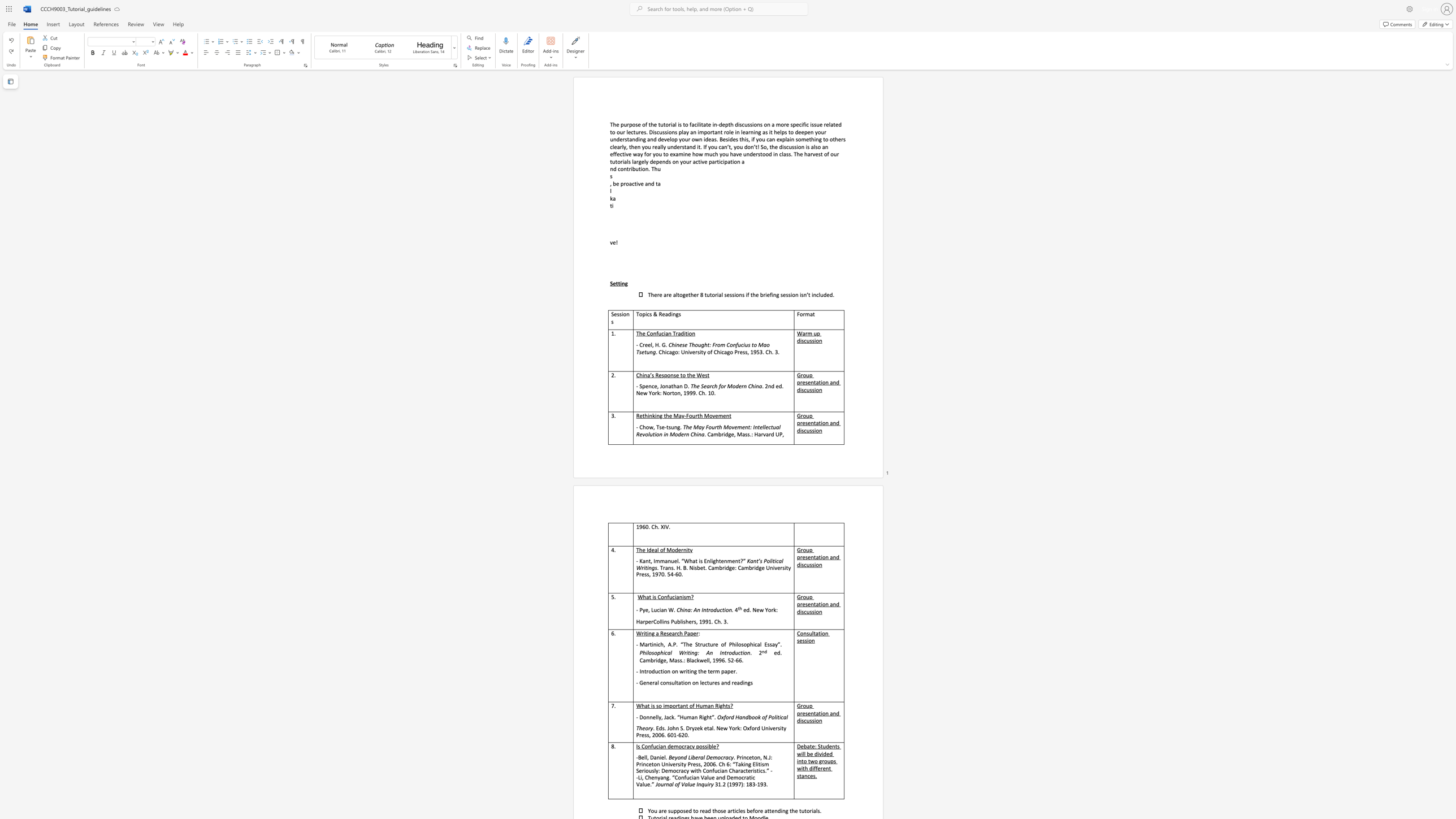 This screenshot has width=1456, height=819. What do you see at coordinates (647, 344) in the screenshot?
I see `the space between the continuous character "e" and "e" in the text` at bounding box center [647, 344].